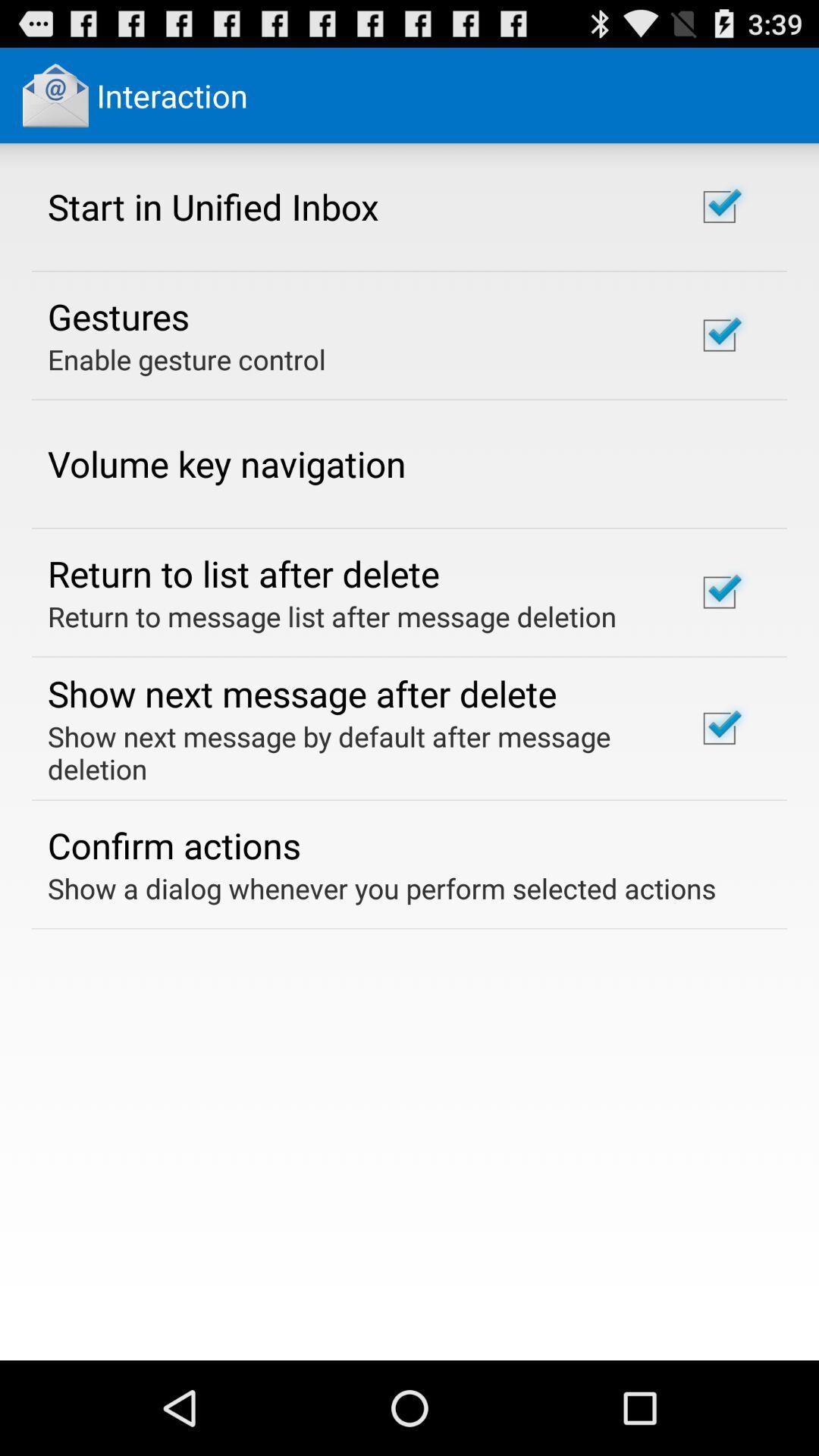 This screenshot has height=1456, width=819. What do you see at coordinates (186, 359) in the screenshot?
I see `the icon below the gestures icon` at bounding box center [186, 359].